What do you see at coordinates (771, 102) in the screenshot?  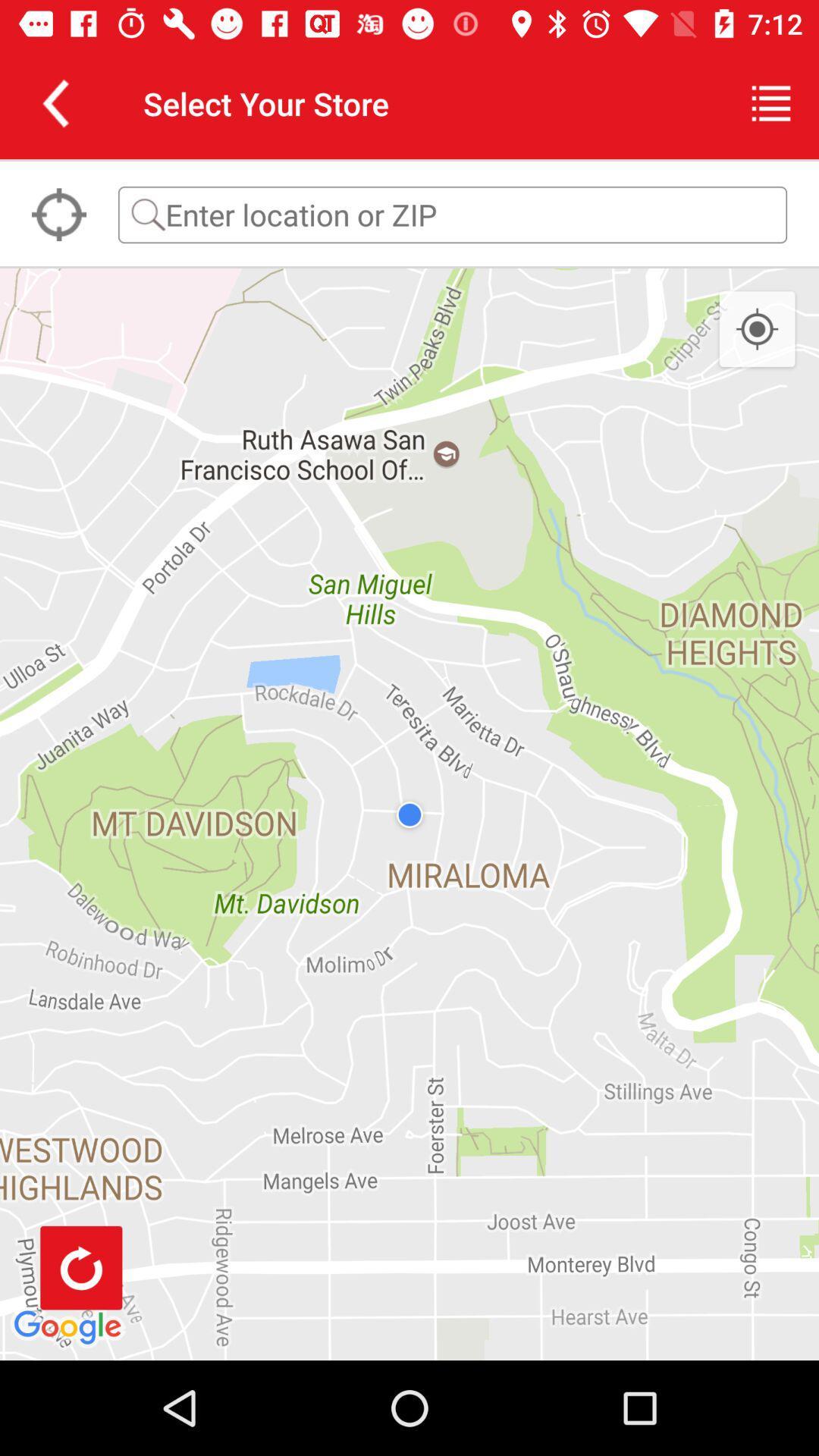 I see `item to the right of the select your store` at bounding box center [771, 102].